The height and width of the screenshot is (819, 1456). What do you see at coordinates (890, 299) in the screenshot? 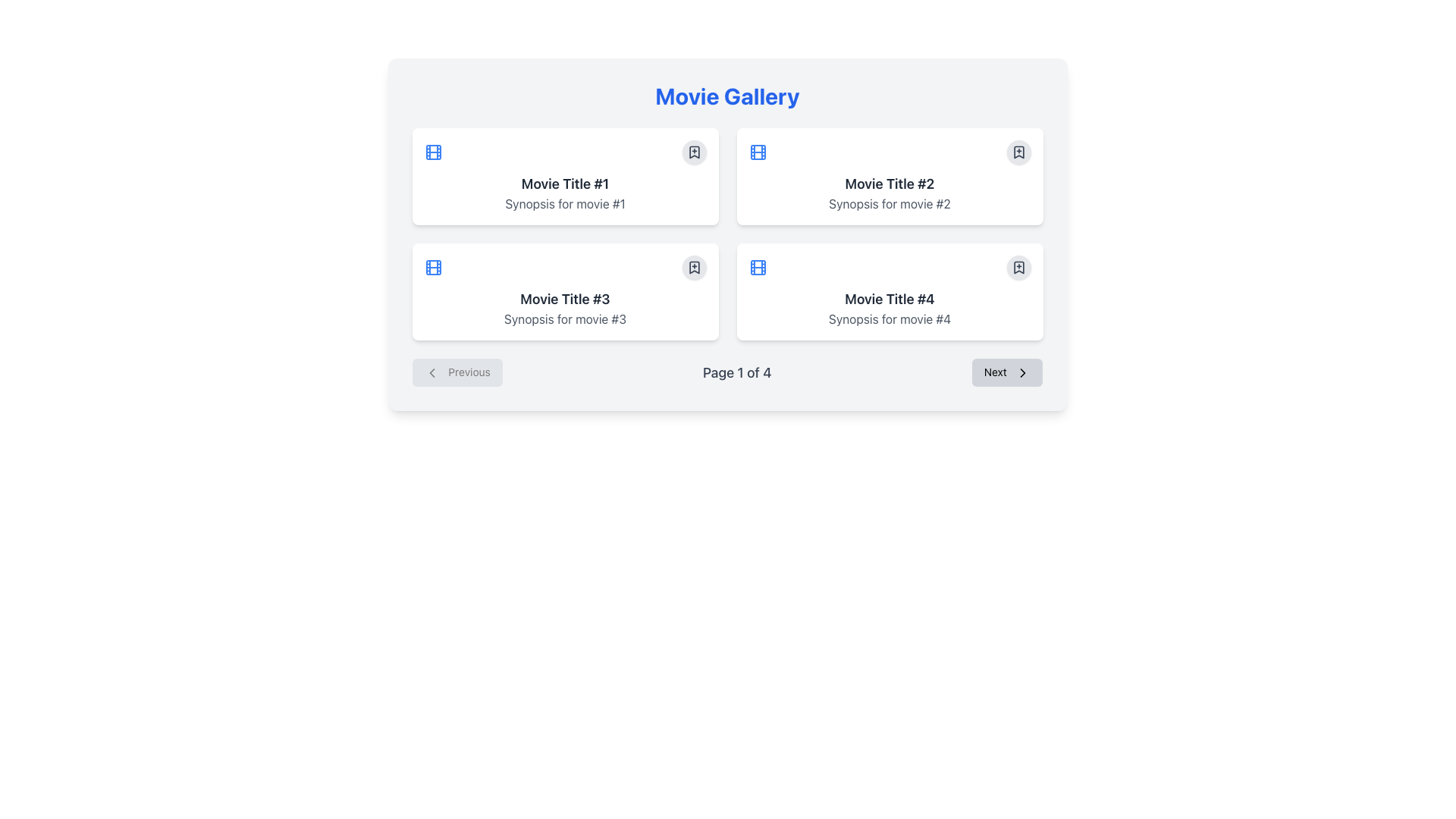
I see `text label that serves as the title of the movie located in the lower-right card of the grid layout, positioned above the synopsis text` at bounding box center [890, 299].